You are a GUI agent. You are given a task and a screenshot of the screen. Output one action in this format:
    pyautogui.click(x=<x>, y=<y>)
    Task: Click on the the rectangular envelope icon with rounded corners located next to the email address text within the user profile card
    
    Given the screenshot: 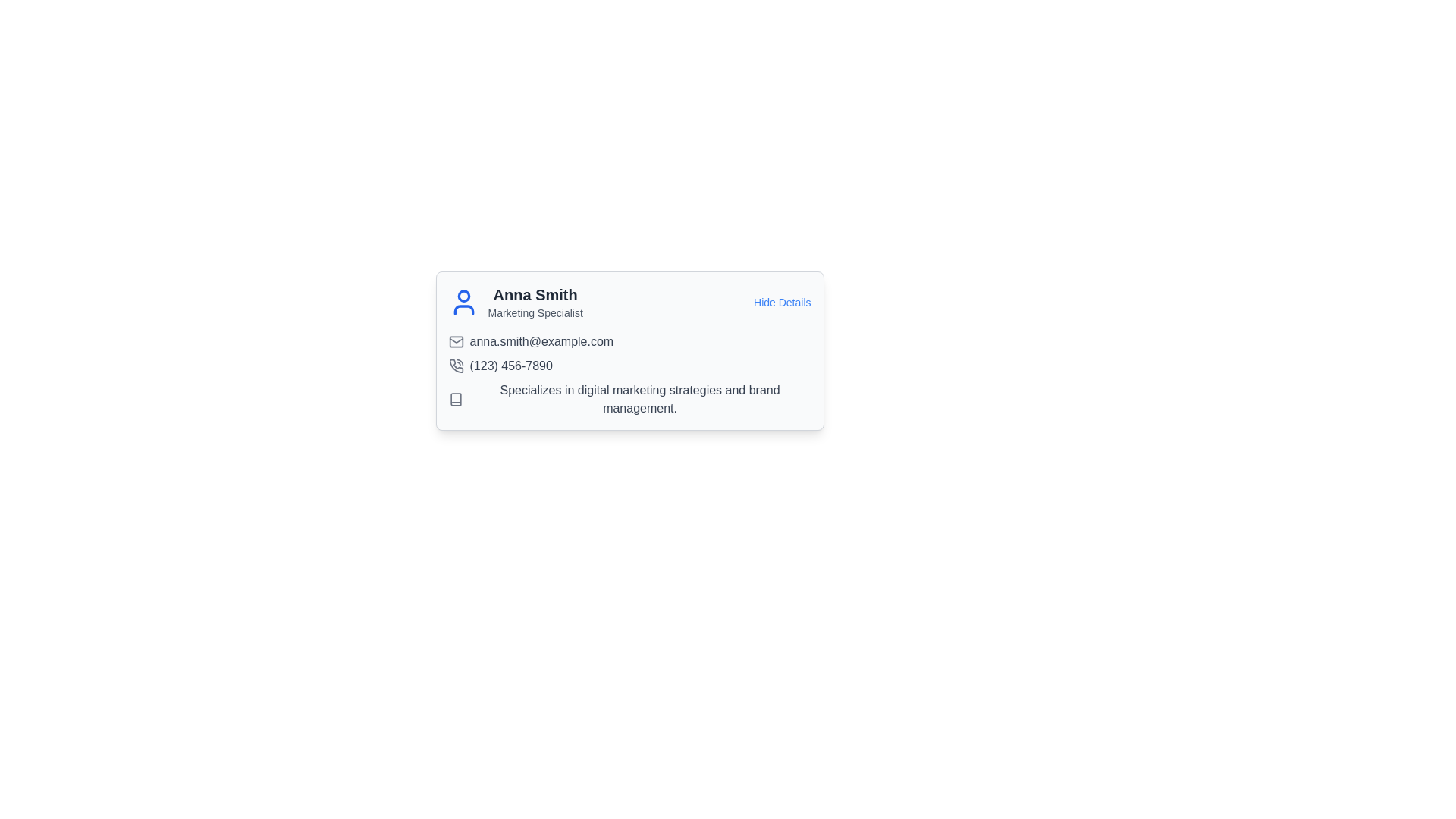 What is the action you would take?
    pyautogui.click(x=455, y=342)
    